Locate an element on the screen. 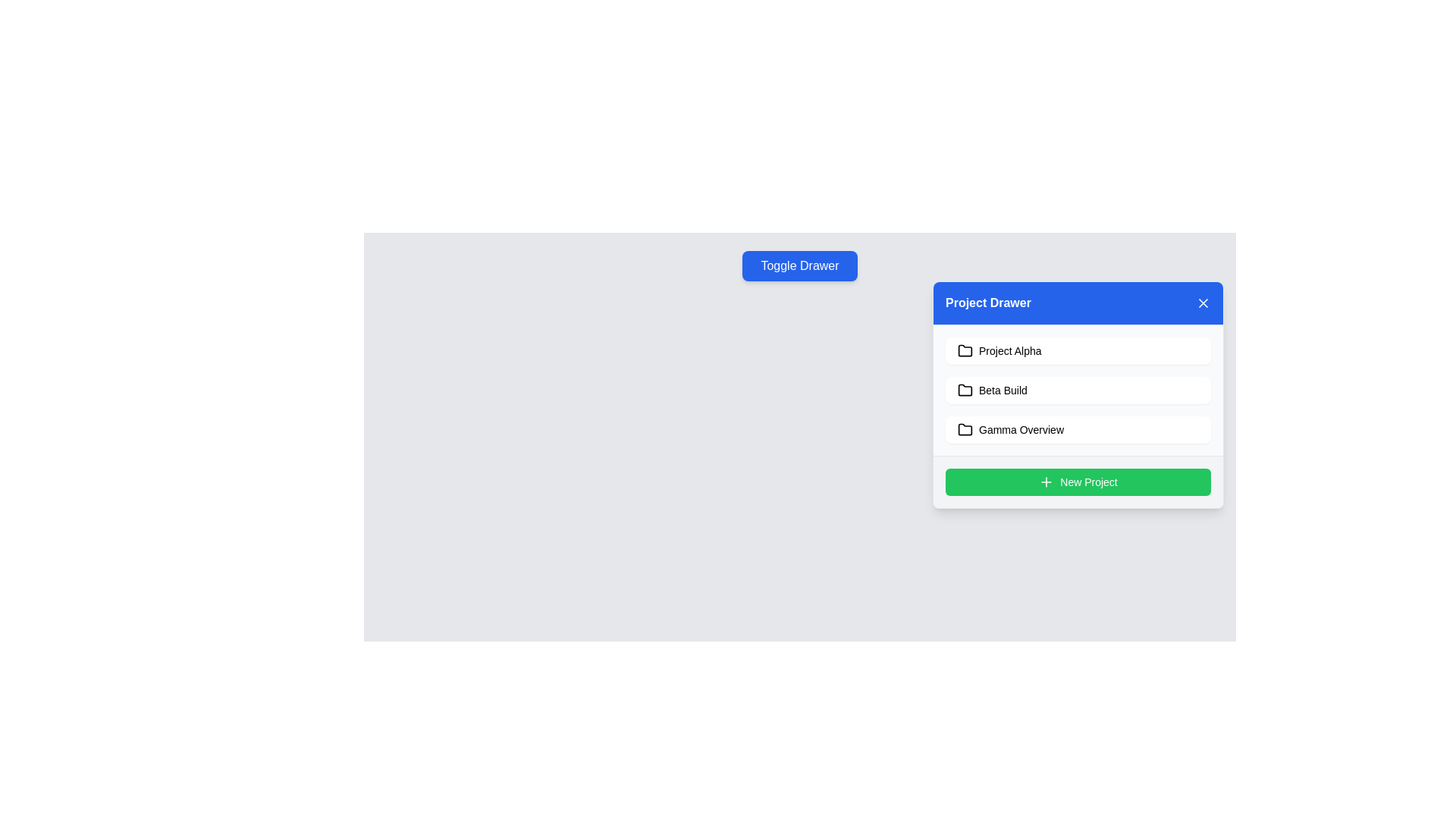 Image resolution: width=1456 pixels, height=819 pixels. the button located at the bottom of the 'Project Drawer' to initiate the creation of a new project is located at coordinates (1077, 482).